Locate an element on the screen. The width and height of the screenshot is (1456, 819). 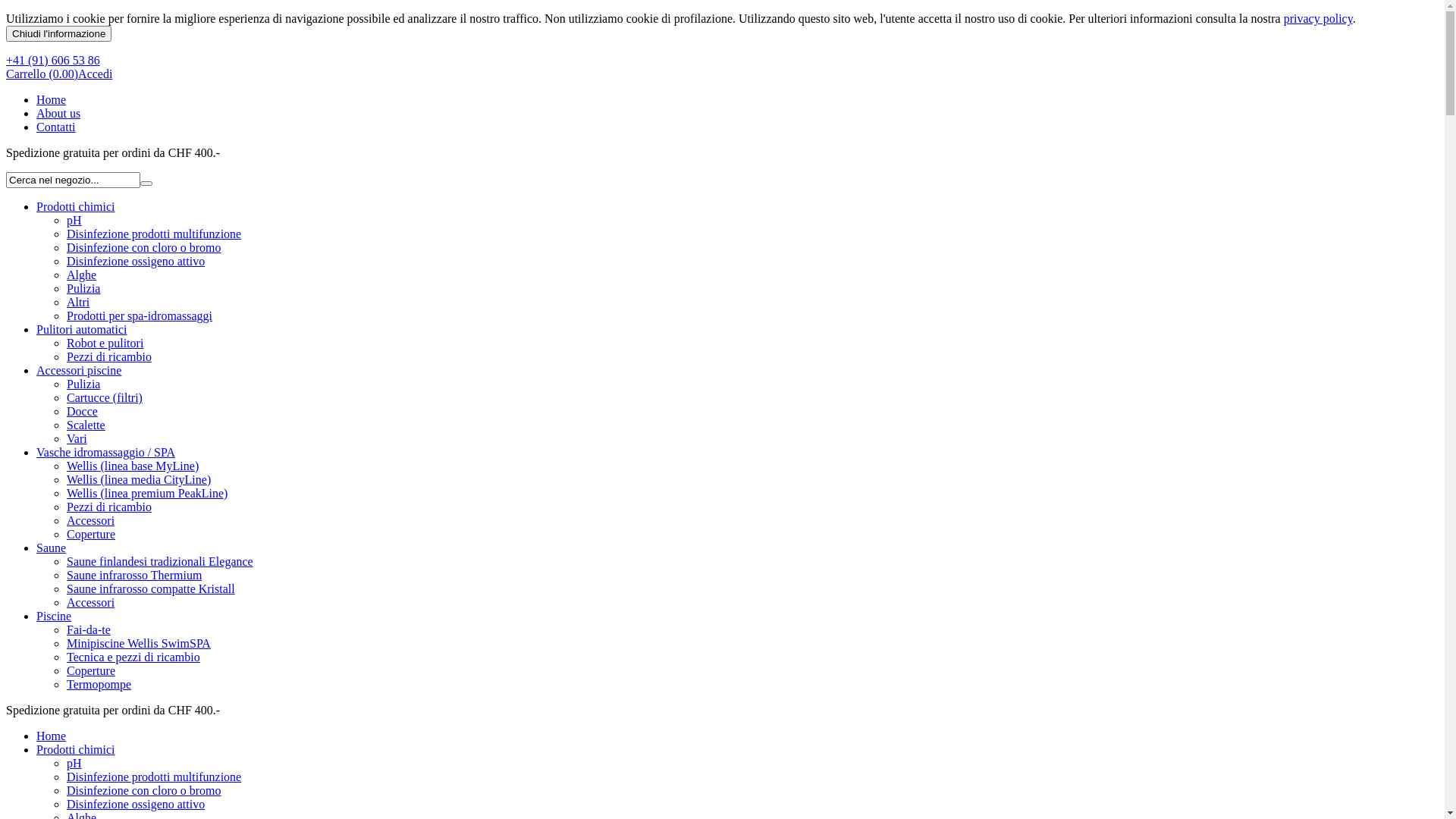
'Pulitori automatici' is located at coordinates (80, 328).